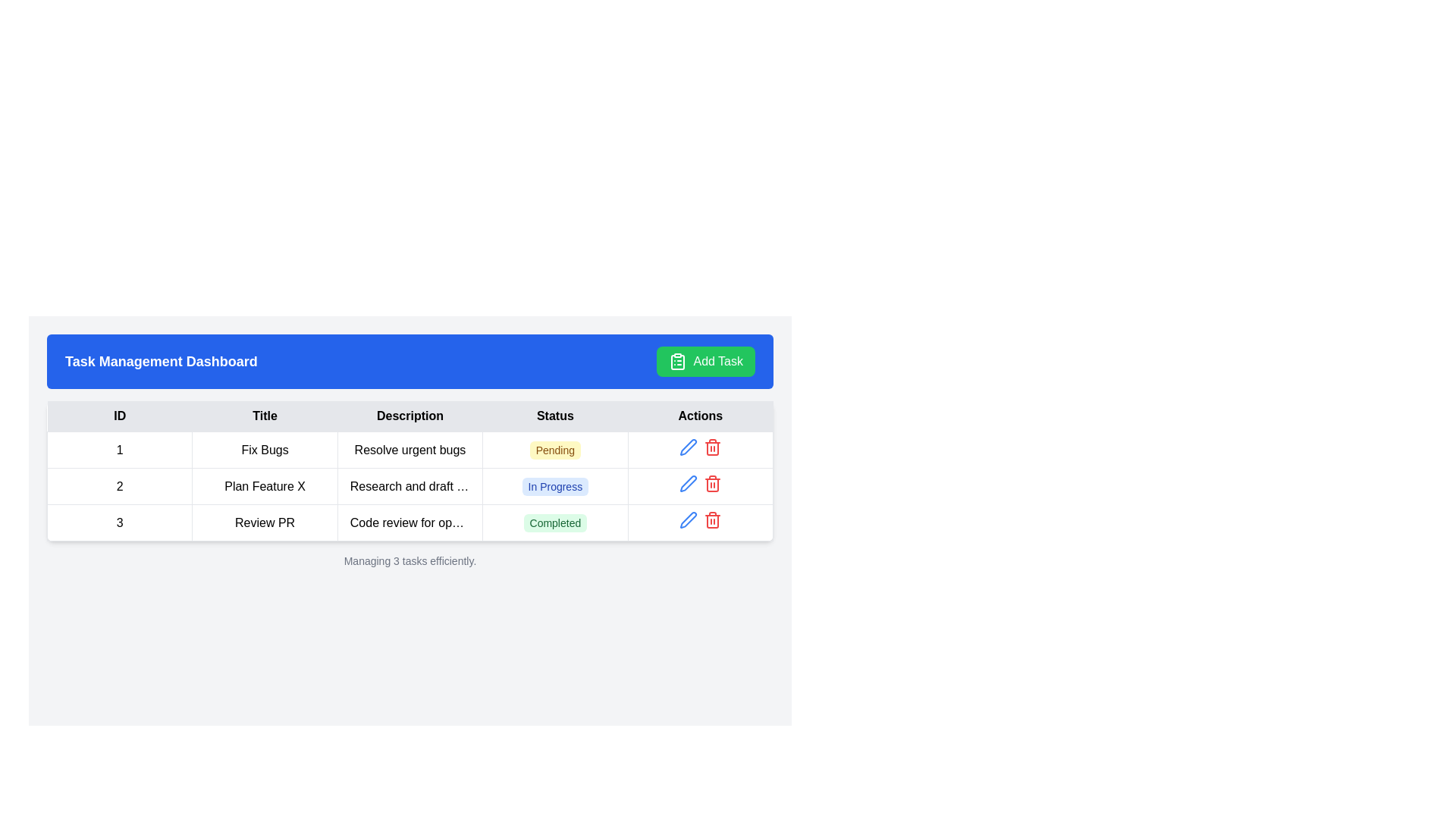 The image size is (1456, 819). Describe the element at coordinates (554, 449) in the screenshot. I see `status indicated by the text label displaying 'Pending' with a yellow background and rounded corners in the 'Status' column of the table row labeled '1', Title 'Fix Bugs'` at that location.